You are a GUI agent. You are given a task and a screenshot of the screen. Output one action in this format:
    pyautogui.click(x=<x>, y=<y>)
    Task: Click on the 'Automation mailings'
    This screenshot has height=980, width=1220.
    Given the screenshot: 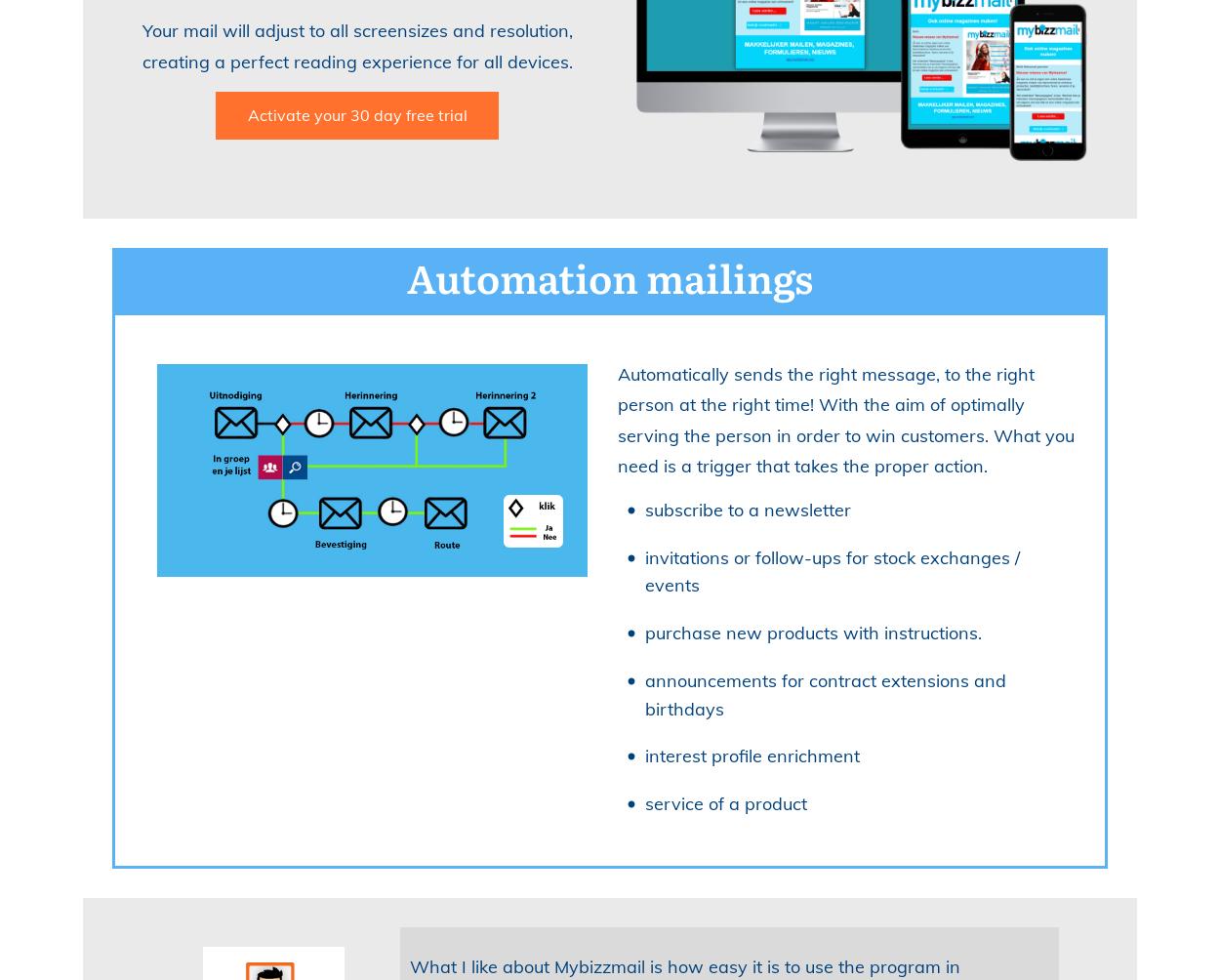 What is the action you would take?
    pyautogui.click(x=610, y=275)
    